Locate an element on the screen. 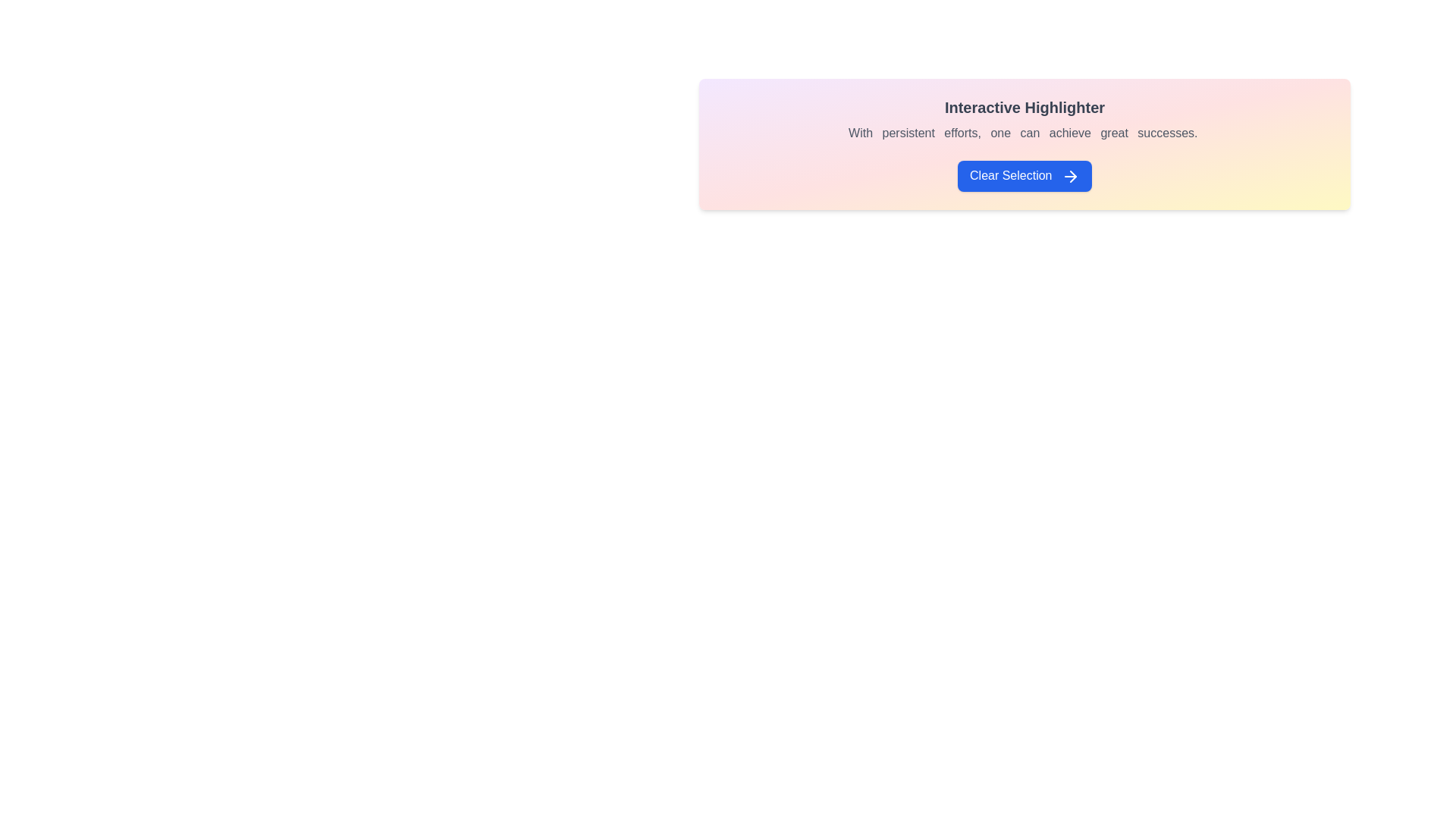 The height and width of the screenshot is (819, 1456). the icon located at the far right end of the 'Clear Selection' button, which serves as a decorative enhancement to indicate progression or navigation is located at coordinates (1069, 175).